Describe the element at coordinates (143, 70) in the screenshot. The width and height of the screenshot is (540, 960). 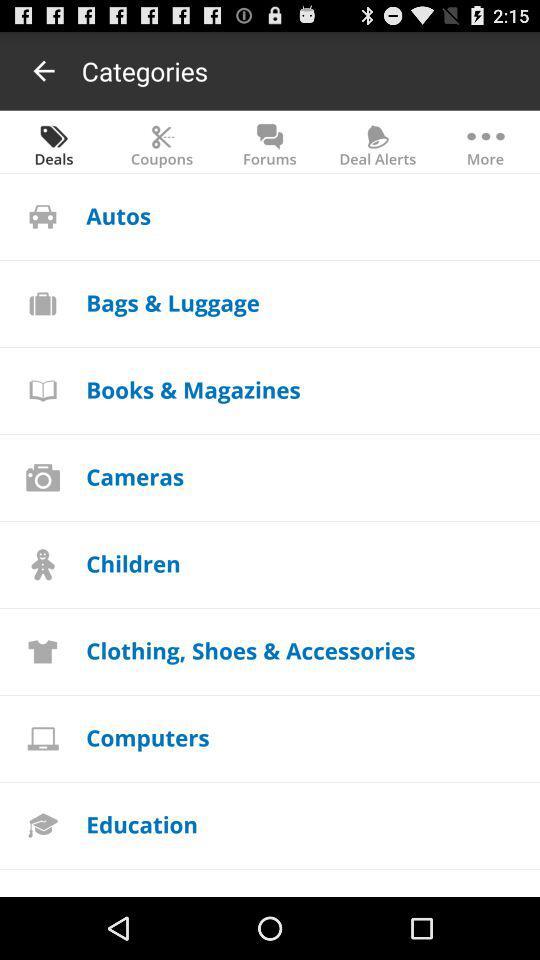
I see `the item above the coupons` at that location.